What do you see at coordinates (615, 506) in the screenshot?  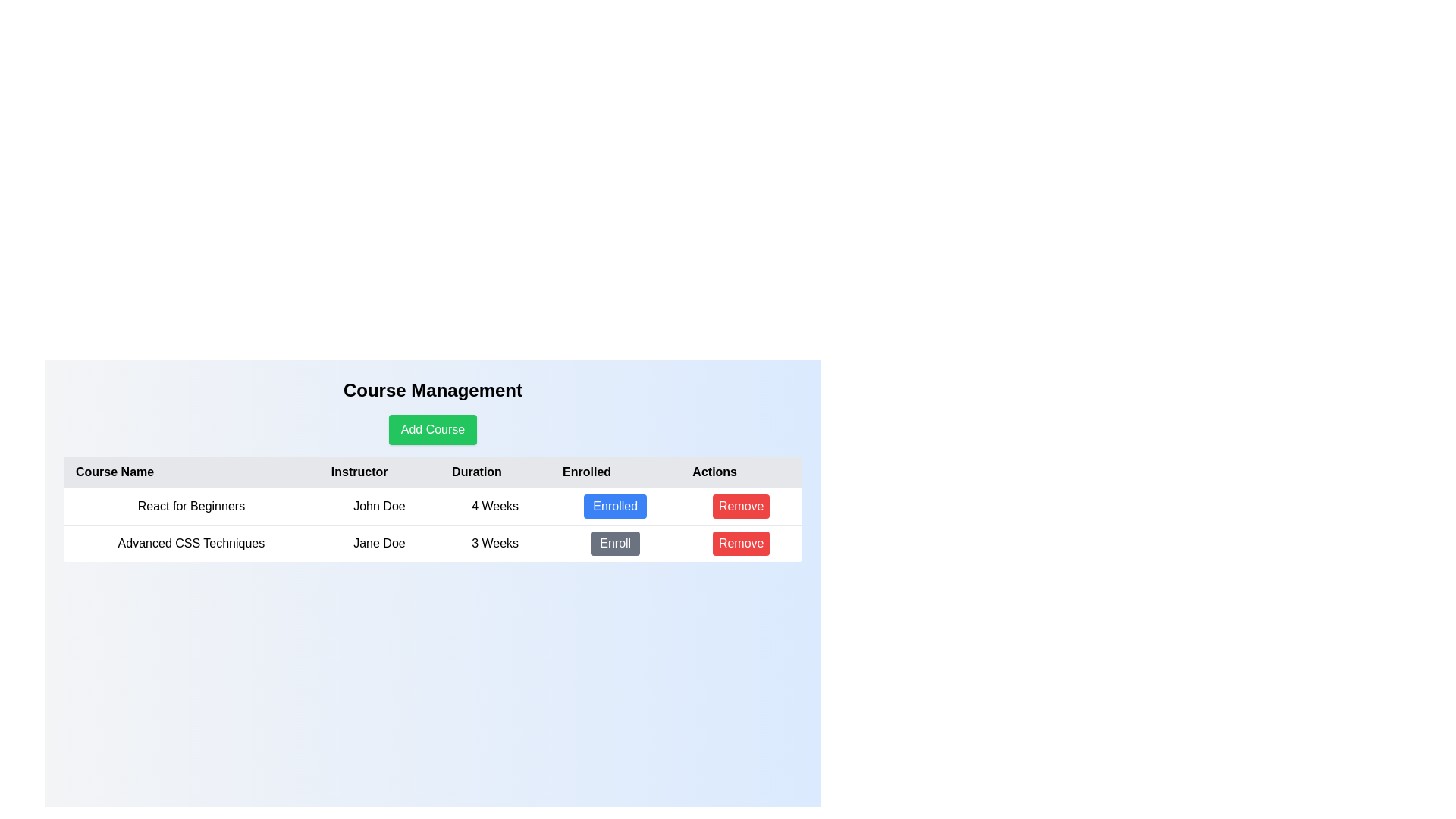 I see `the 'Enrolled' button with a blue background and white text in the first row of the table` at bounding box center [615, 506].